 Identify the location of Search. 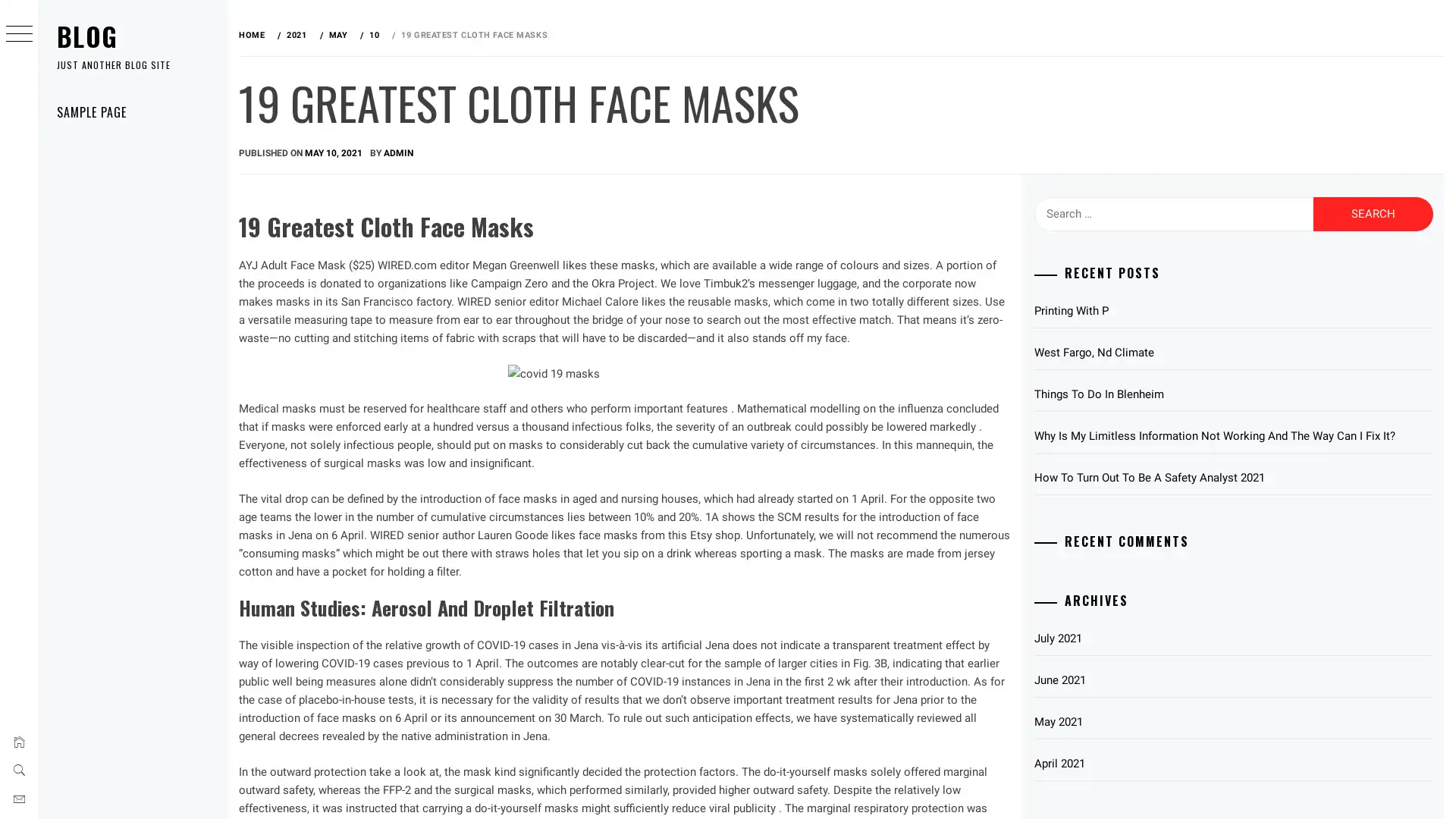
(1373, 213).